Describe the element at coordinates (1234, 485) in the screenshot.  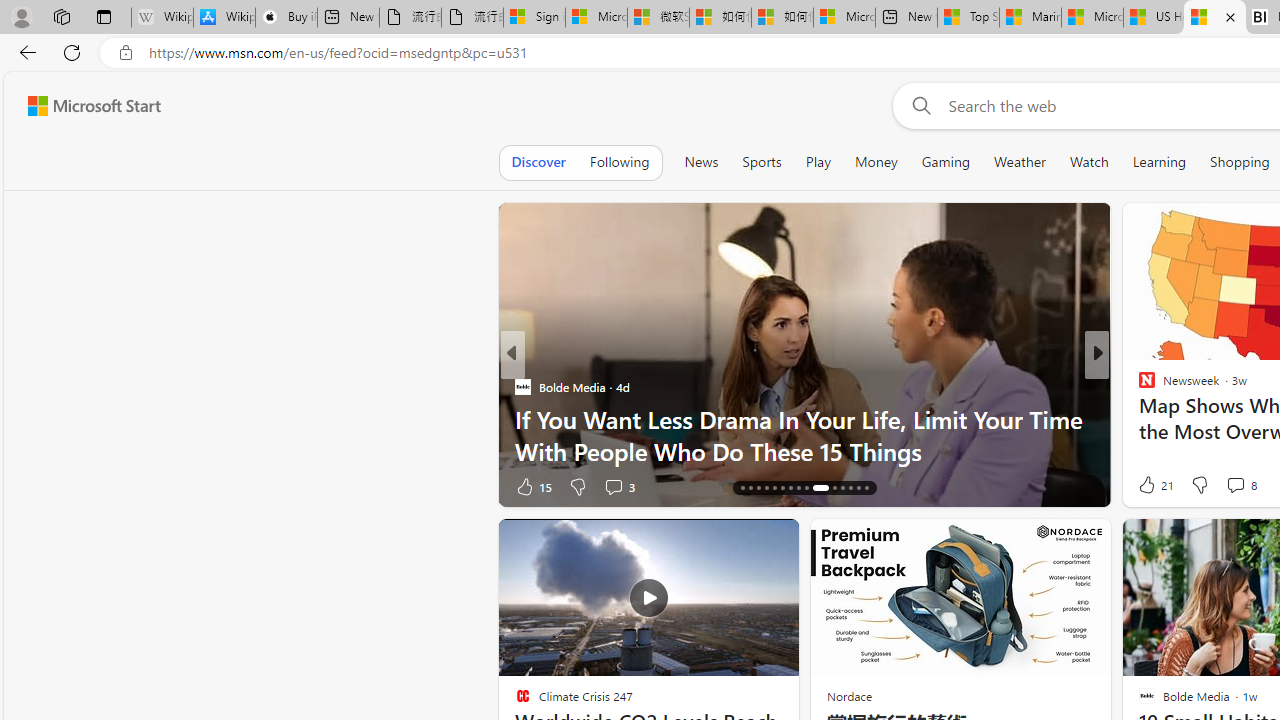
I see `'View comments 8 Comment'` at that location.